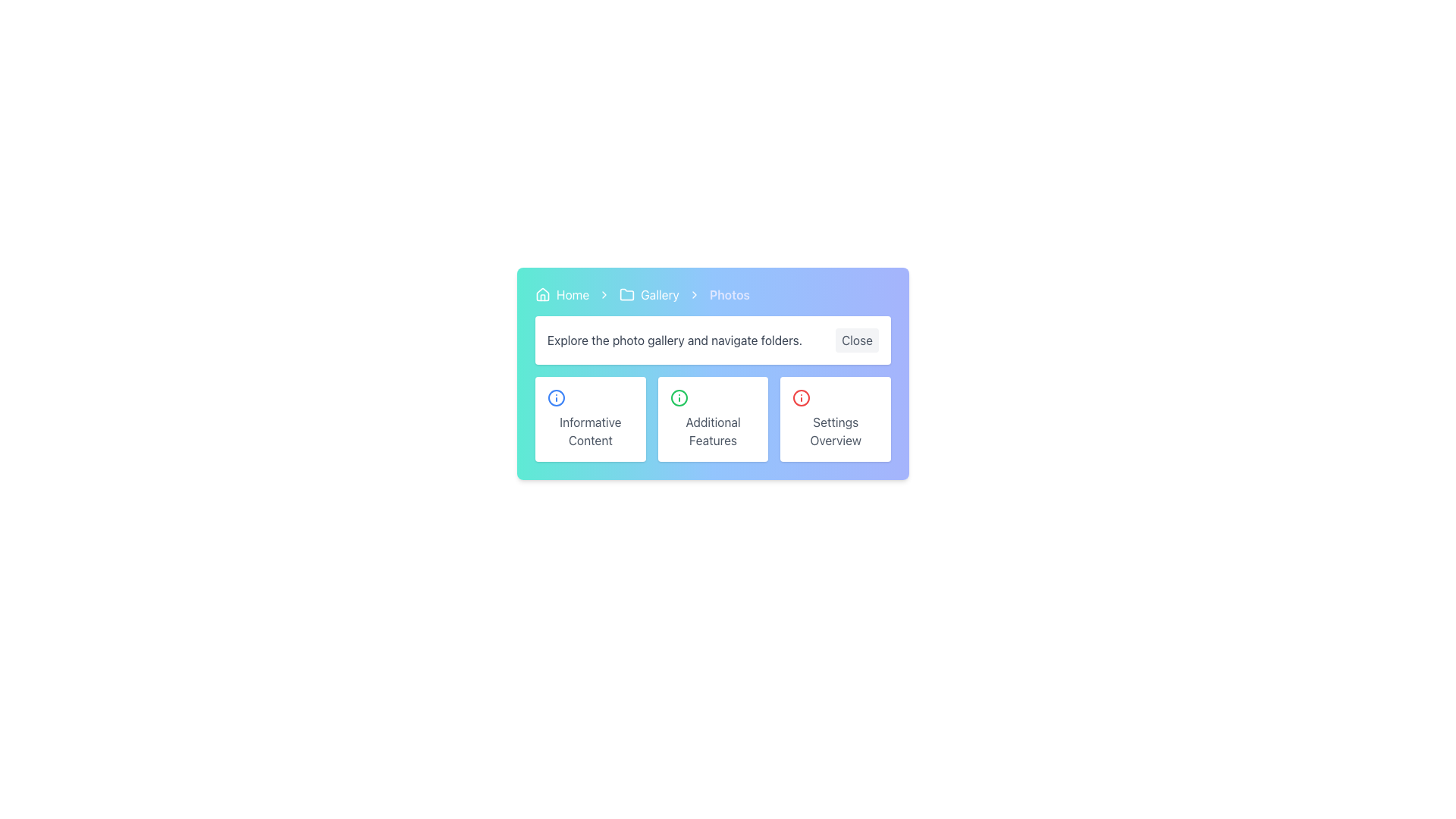  What do you see at coordinates (712, 431) in the screenshot?
I see `the 'Additional Features' text label, which is styled in gray and located within a white rounded rectangle under the green info icon` at bounding box center [712, 431].